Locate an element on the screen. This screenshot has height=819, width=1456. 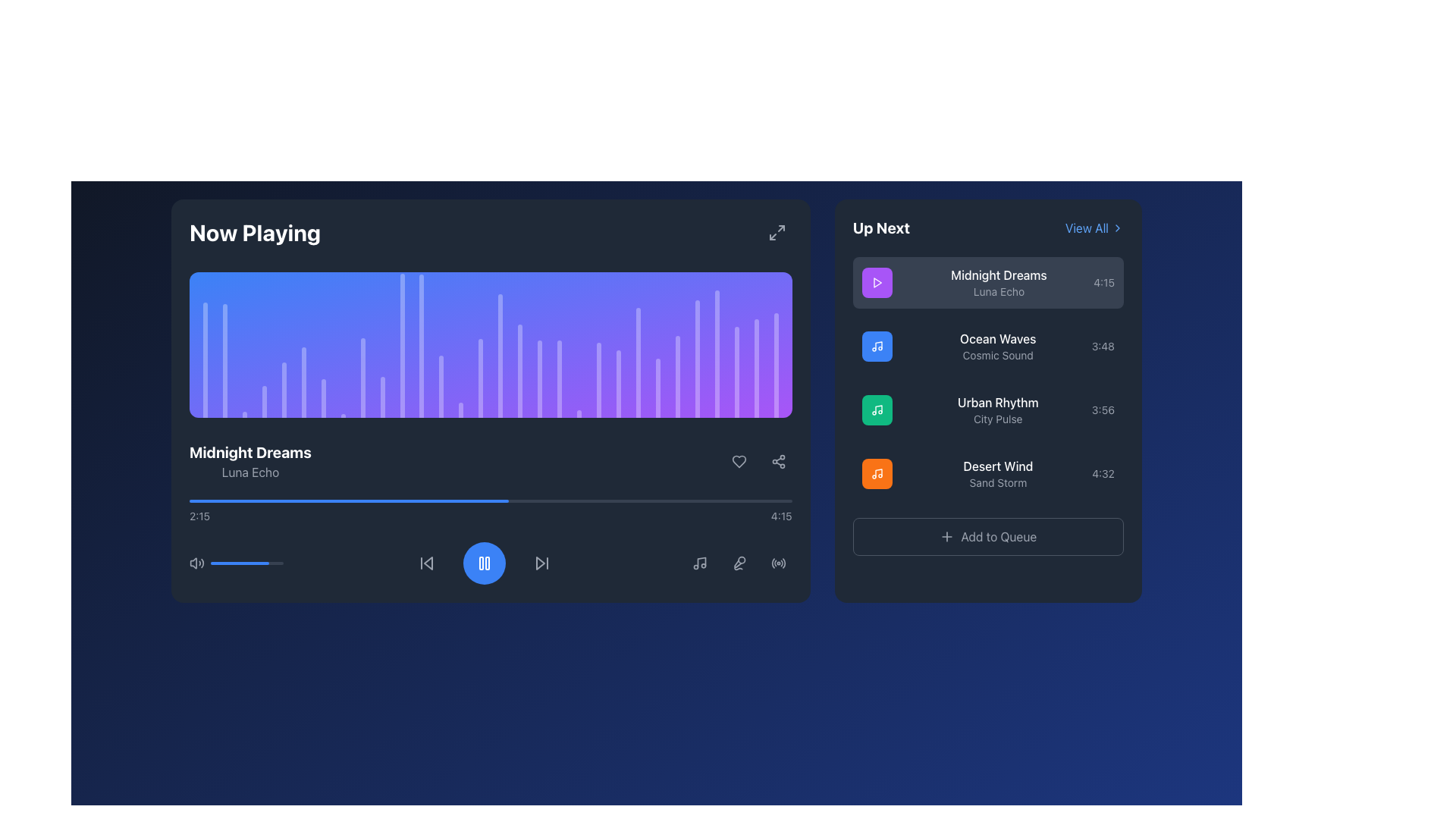
the third vertical visualization bar in the audio spectrum, which indicates a moment of low intensity, located in the lower half of the 'Now Playing' panel is located at coordinates (244, 414).